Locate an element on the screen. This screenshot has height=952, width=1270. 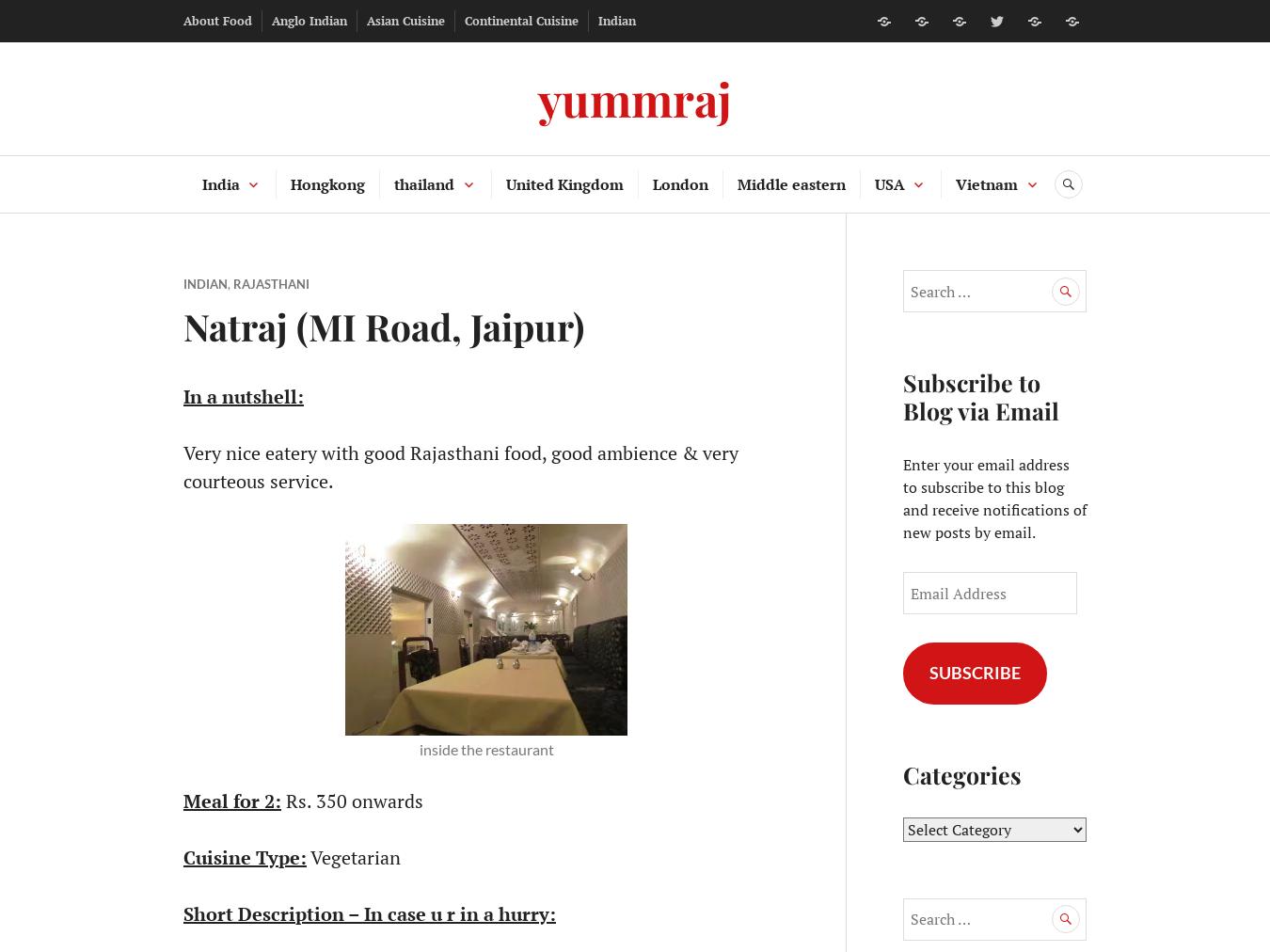
'yummraj' is located at coordinates (635, 97).